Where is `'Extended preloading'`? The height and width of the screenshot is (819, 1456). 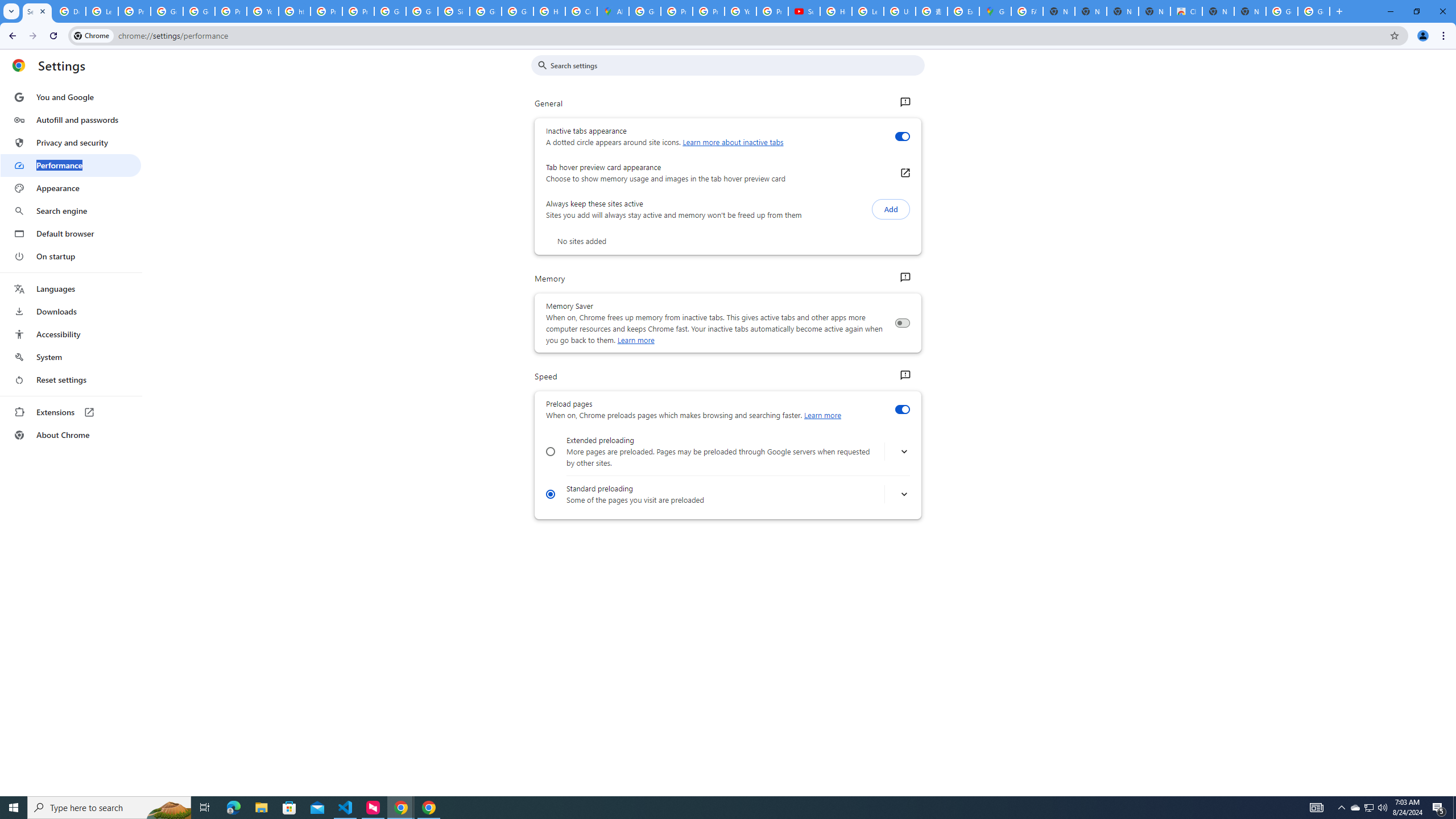
'Extended preloading' is located at coordinates (549, 451).